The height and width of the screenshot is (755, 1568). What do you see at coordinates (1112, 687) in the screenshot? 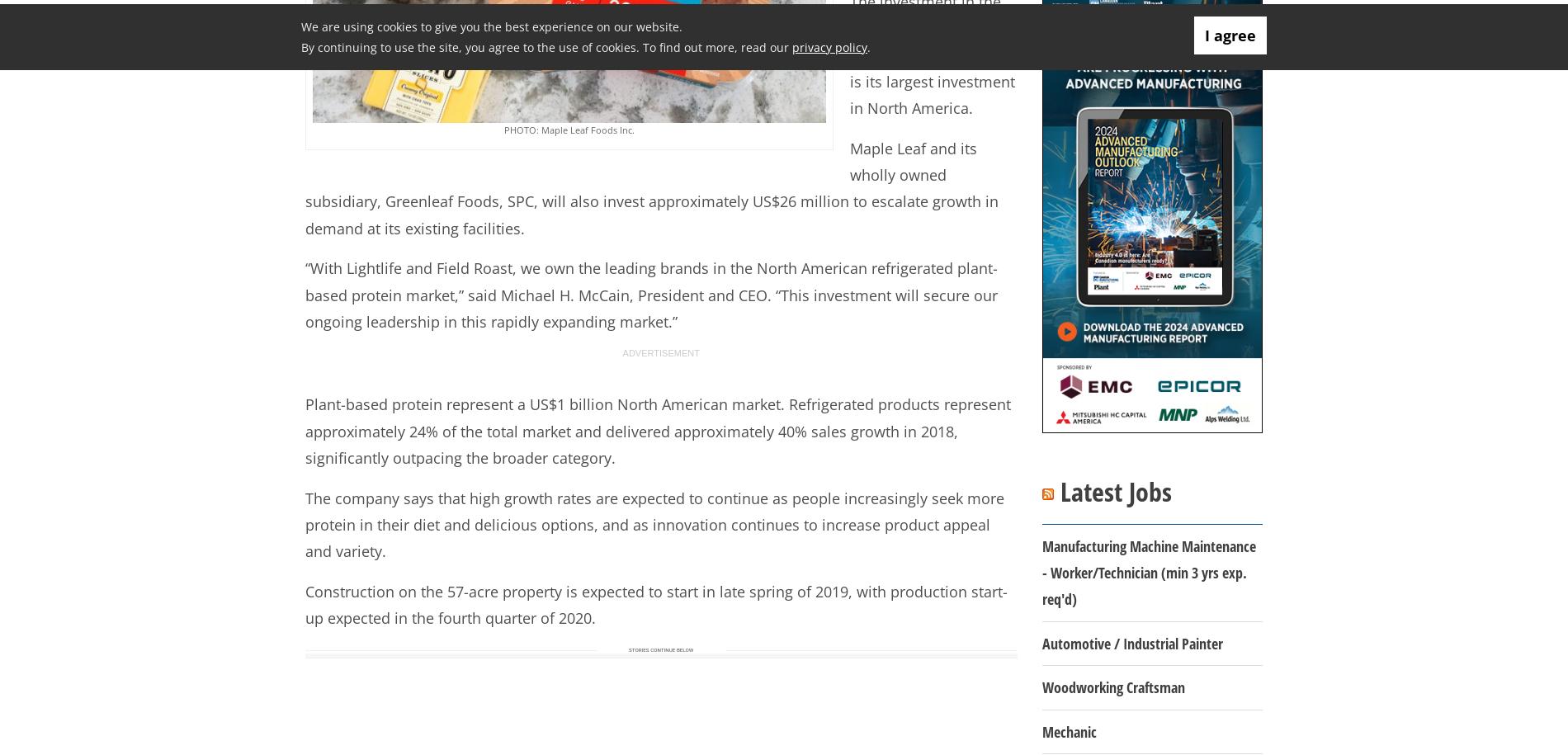
I see `'Woodworking Craftsman'` at bounding box center [1112, 687].